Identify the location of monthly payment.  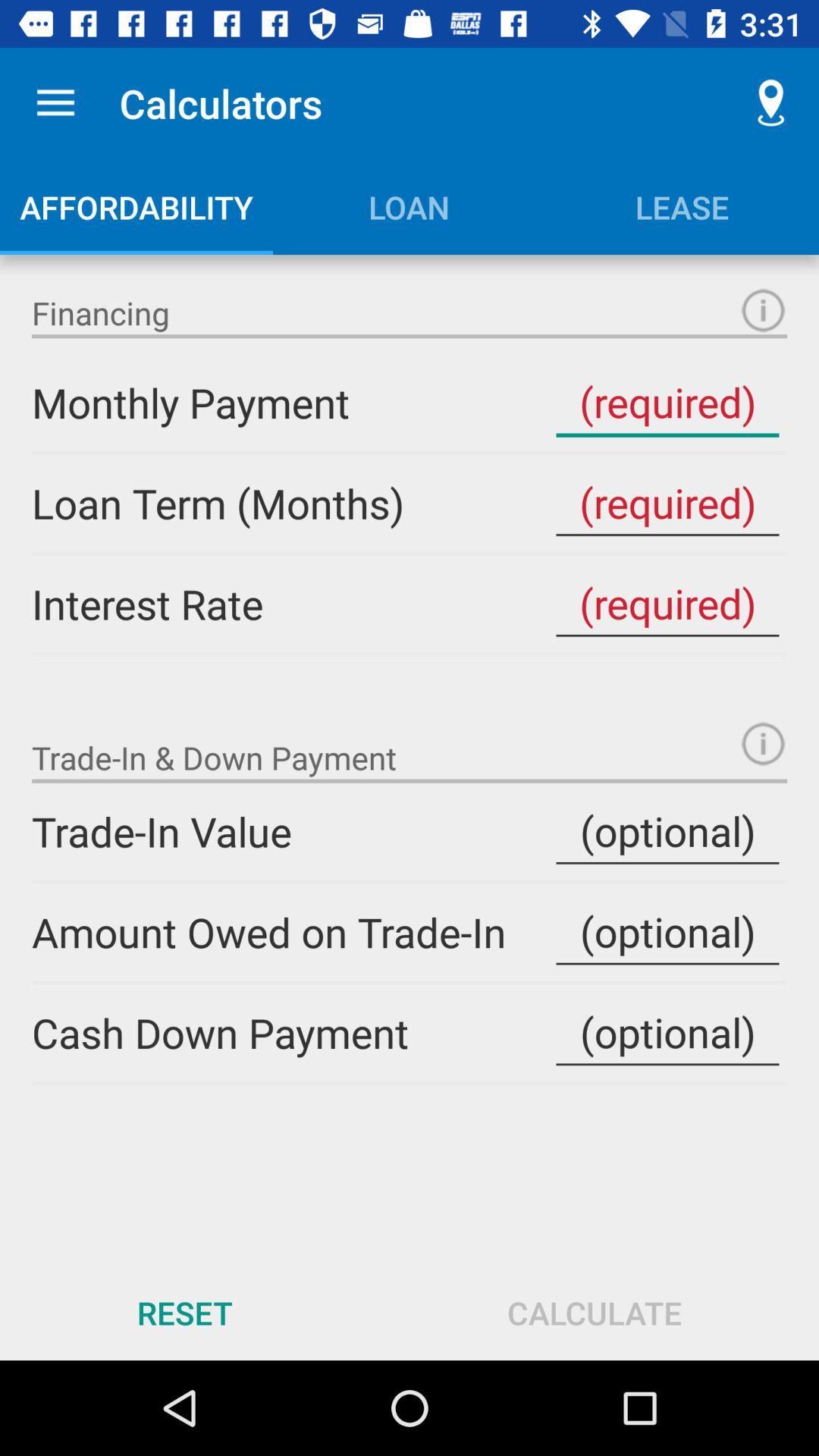
(667, 403).